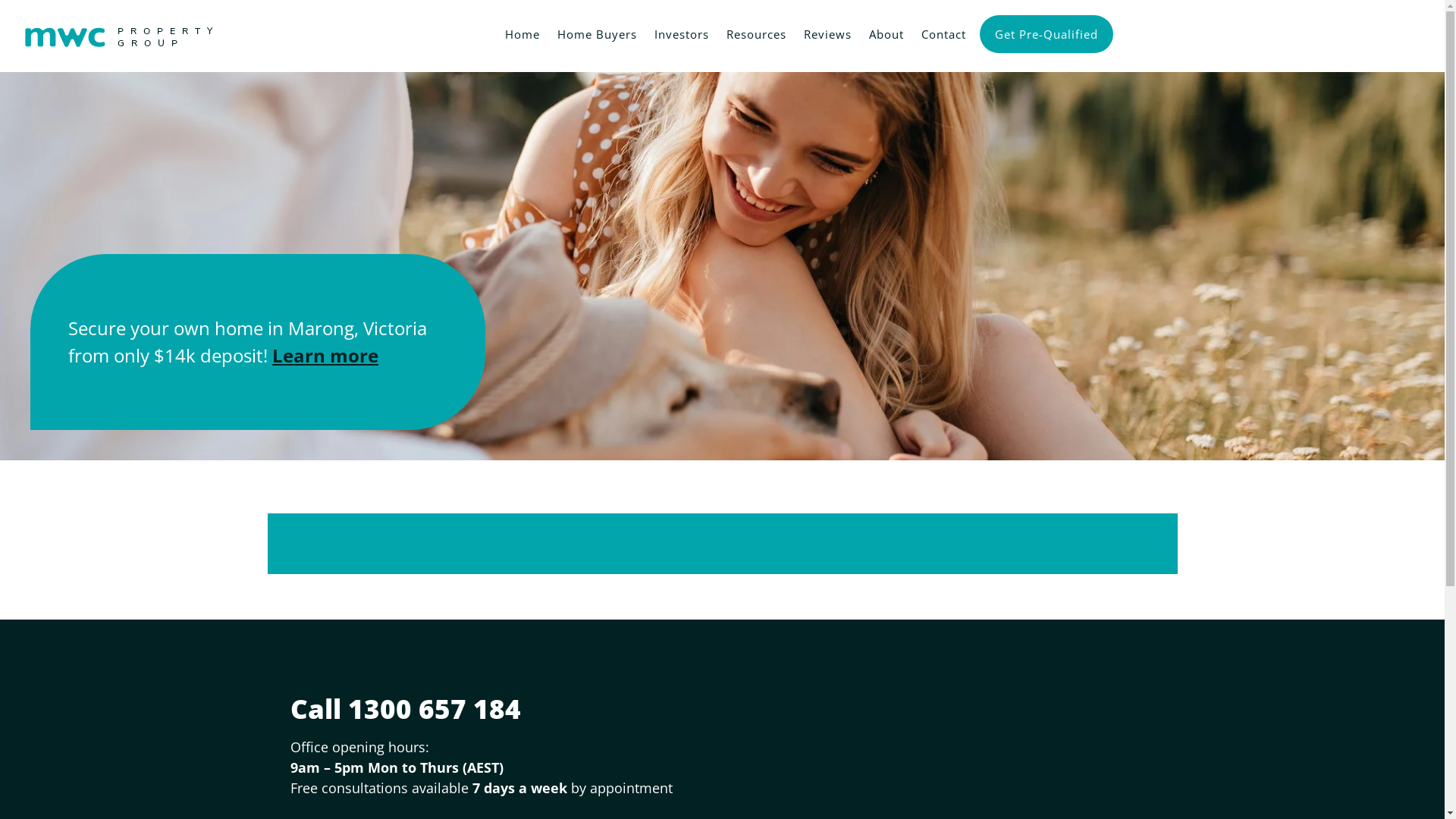 Image resolution: width=1456 pixels, height=819 pixels. What do you see at coordinates (824, 32) in the screenshot?
I see `'Reviews'` at bounding box center [824, 32].